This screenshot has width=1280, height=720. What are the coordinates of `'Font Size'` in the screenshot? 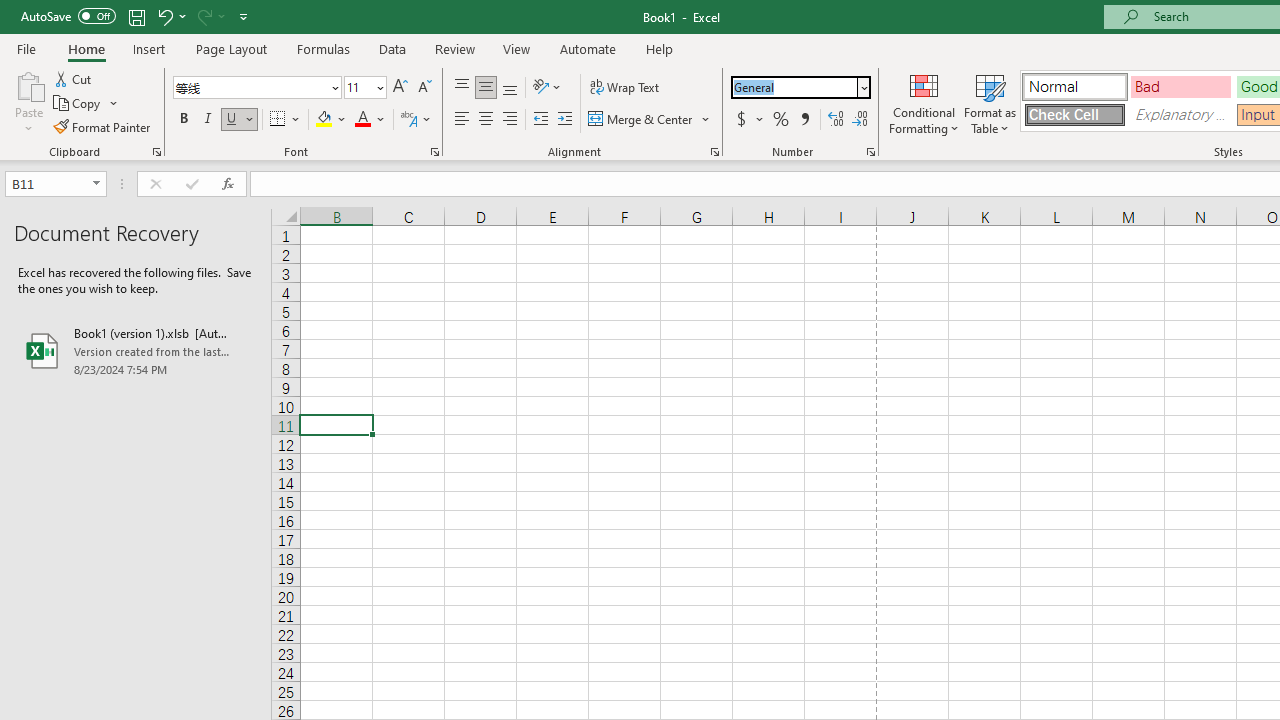 It's located at (365, 86).